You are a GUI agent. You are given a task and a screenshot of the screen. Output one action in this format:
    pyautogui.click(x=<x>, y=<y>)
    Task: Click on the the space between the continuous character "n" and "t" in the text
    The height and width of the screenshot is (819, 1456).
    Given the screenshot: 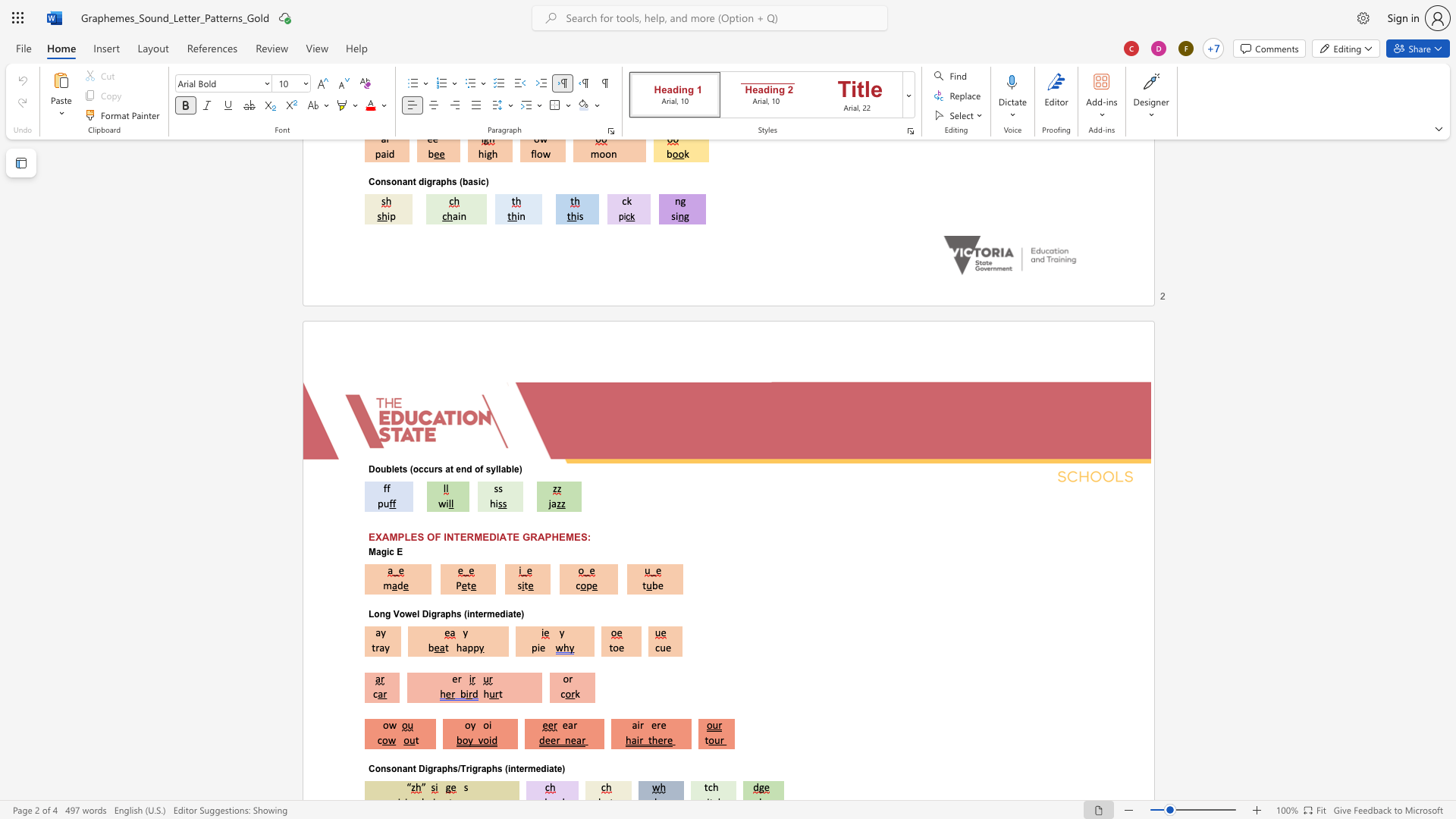 What is the action you would take?
    pyautogui.click(x=473, y=613)
    